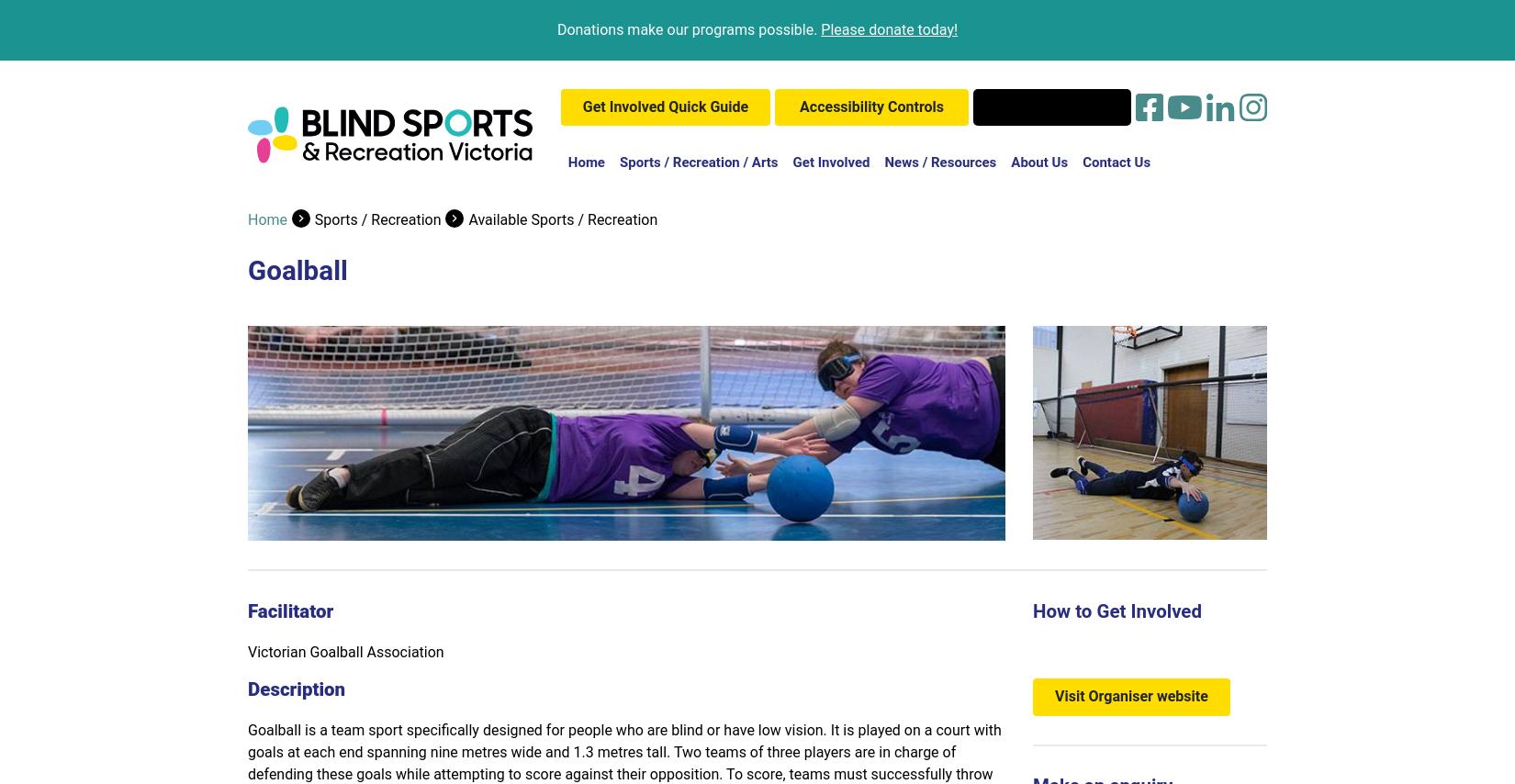 This screenshot has height=784, width=1515. I want to click on 'Sports / Recreation', so click(377, 218).